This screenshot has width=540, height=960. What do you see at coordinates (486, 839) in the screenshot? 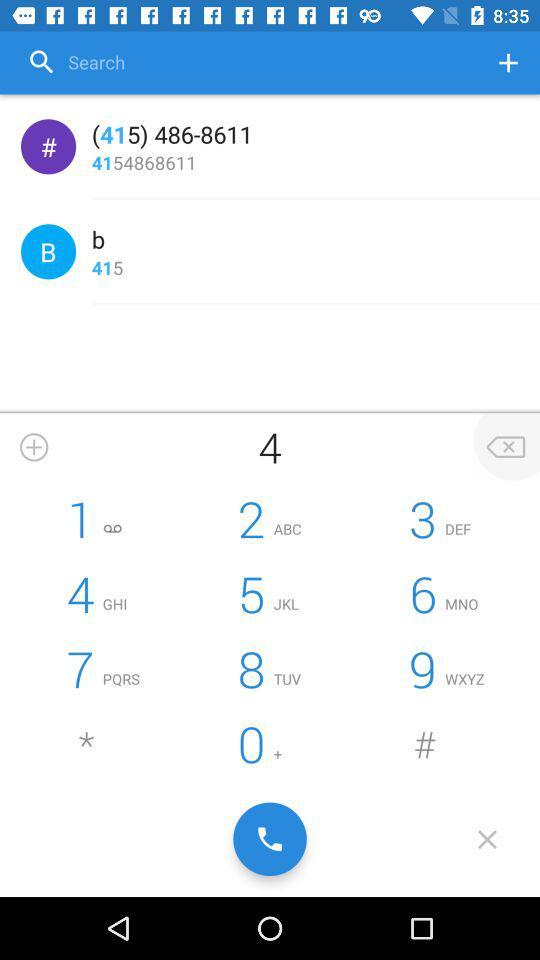
I see `click cancel` at bounding box center [486, 839].